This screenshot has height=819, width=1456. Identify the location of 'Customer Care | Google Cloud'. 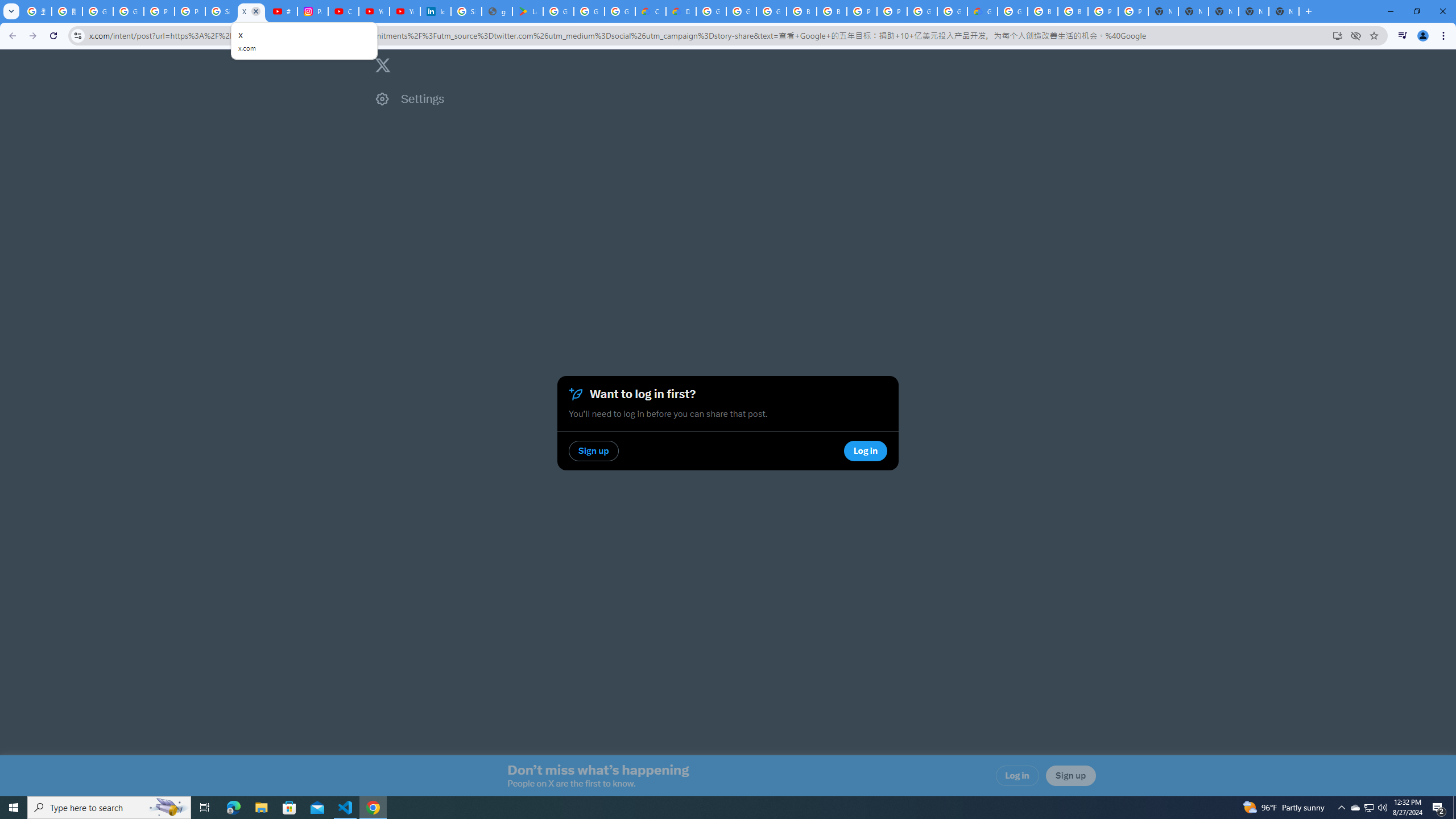
(651, 11).